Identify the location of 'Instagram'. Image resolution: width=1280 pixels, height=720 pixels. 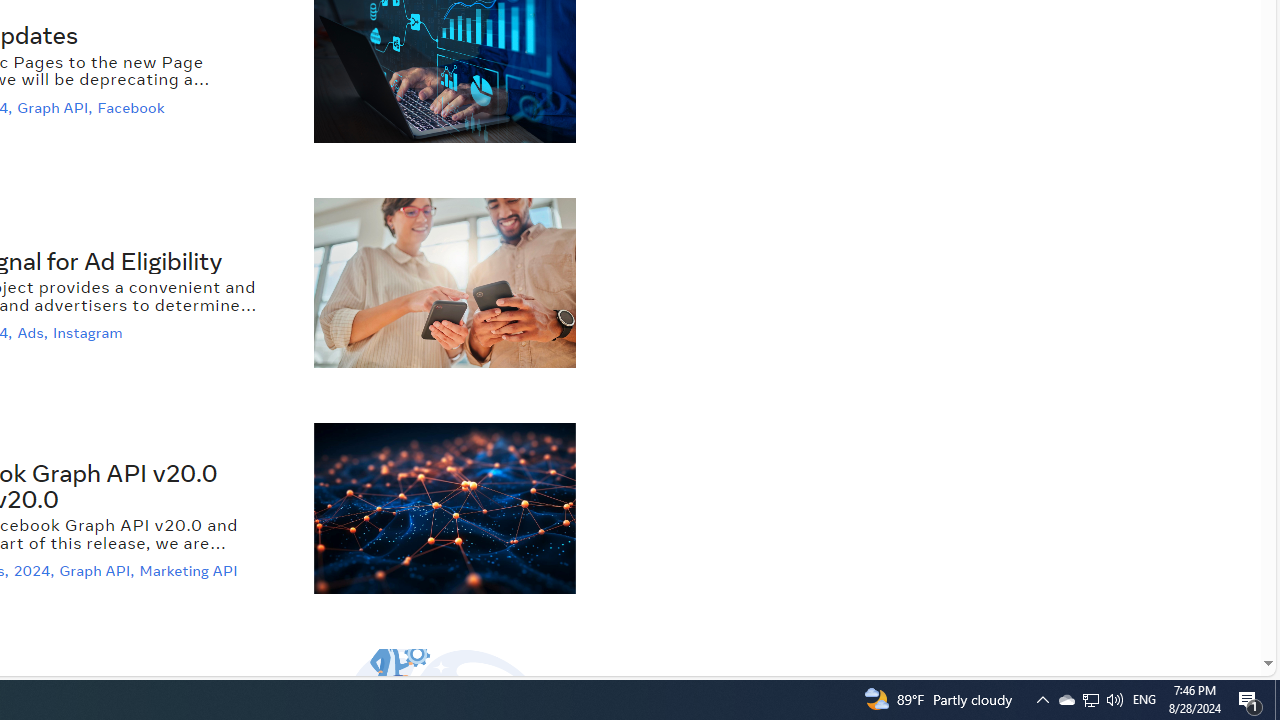
(89, 332).